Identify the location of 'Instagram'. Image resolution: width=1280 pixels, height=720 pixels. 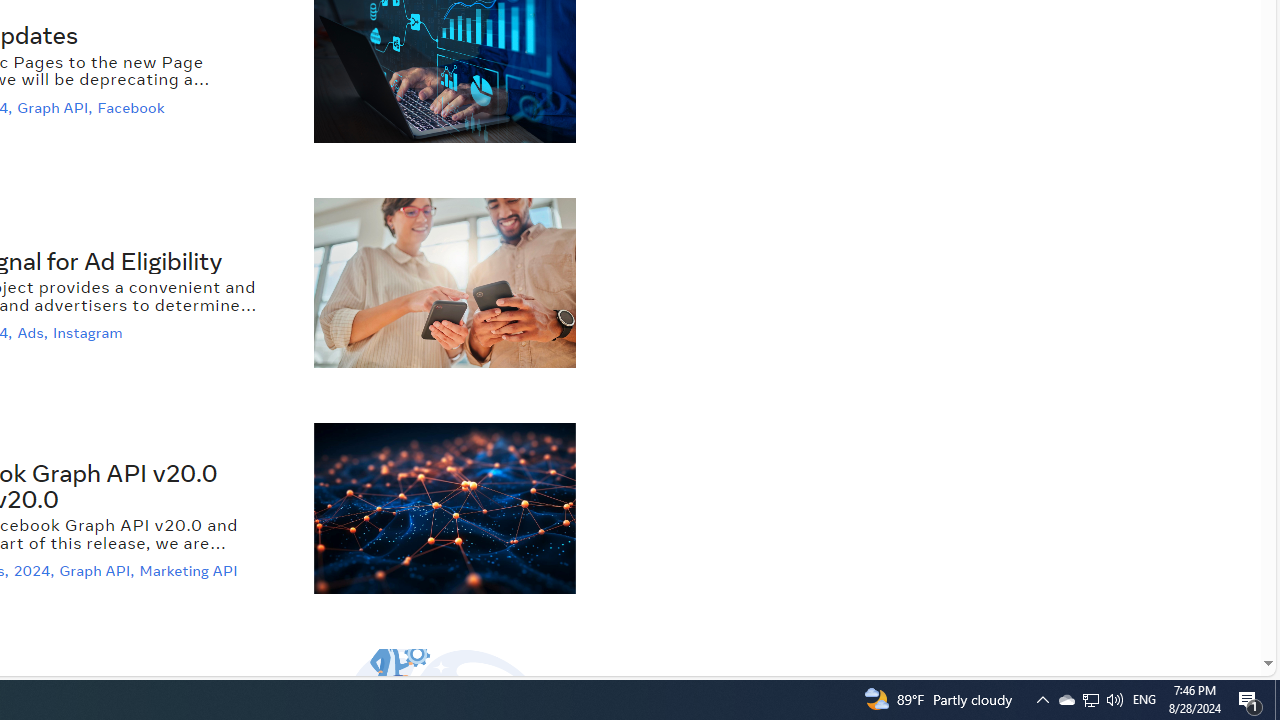
(89, 332).